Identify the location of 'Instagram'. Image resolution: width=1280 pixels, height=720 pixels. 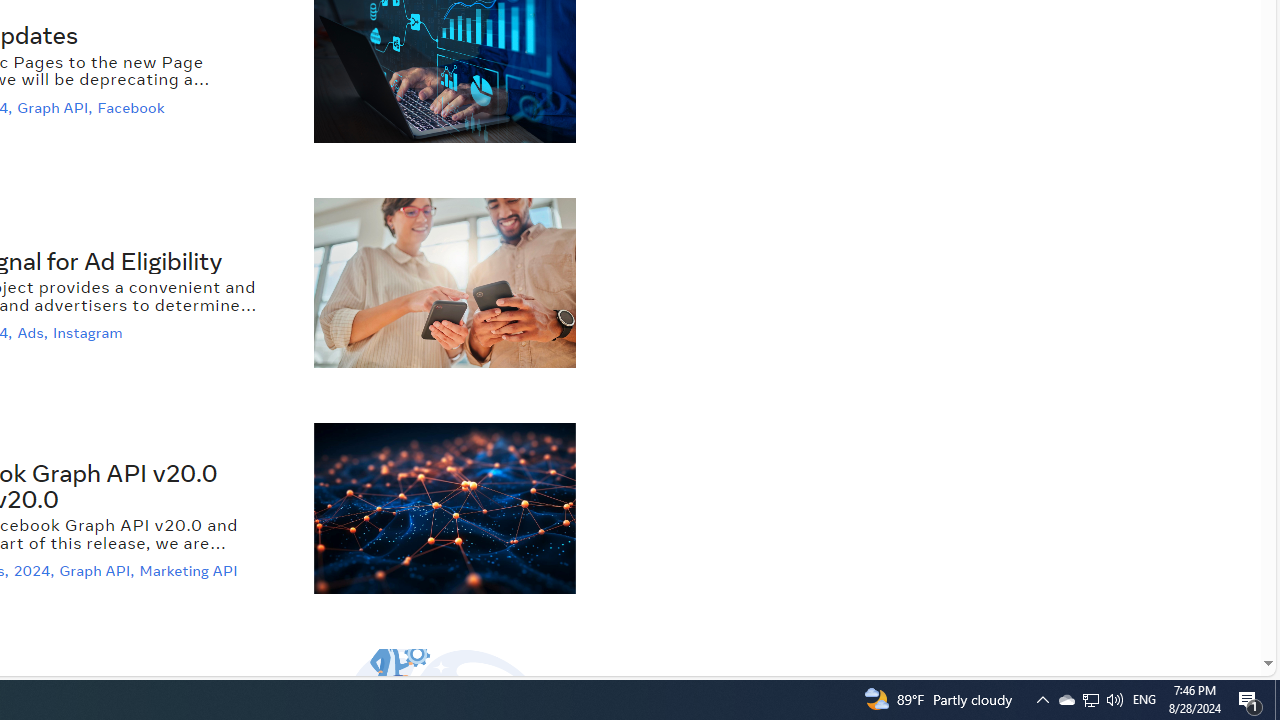
(89, 332).